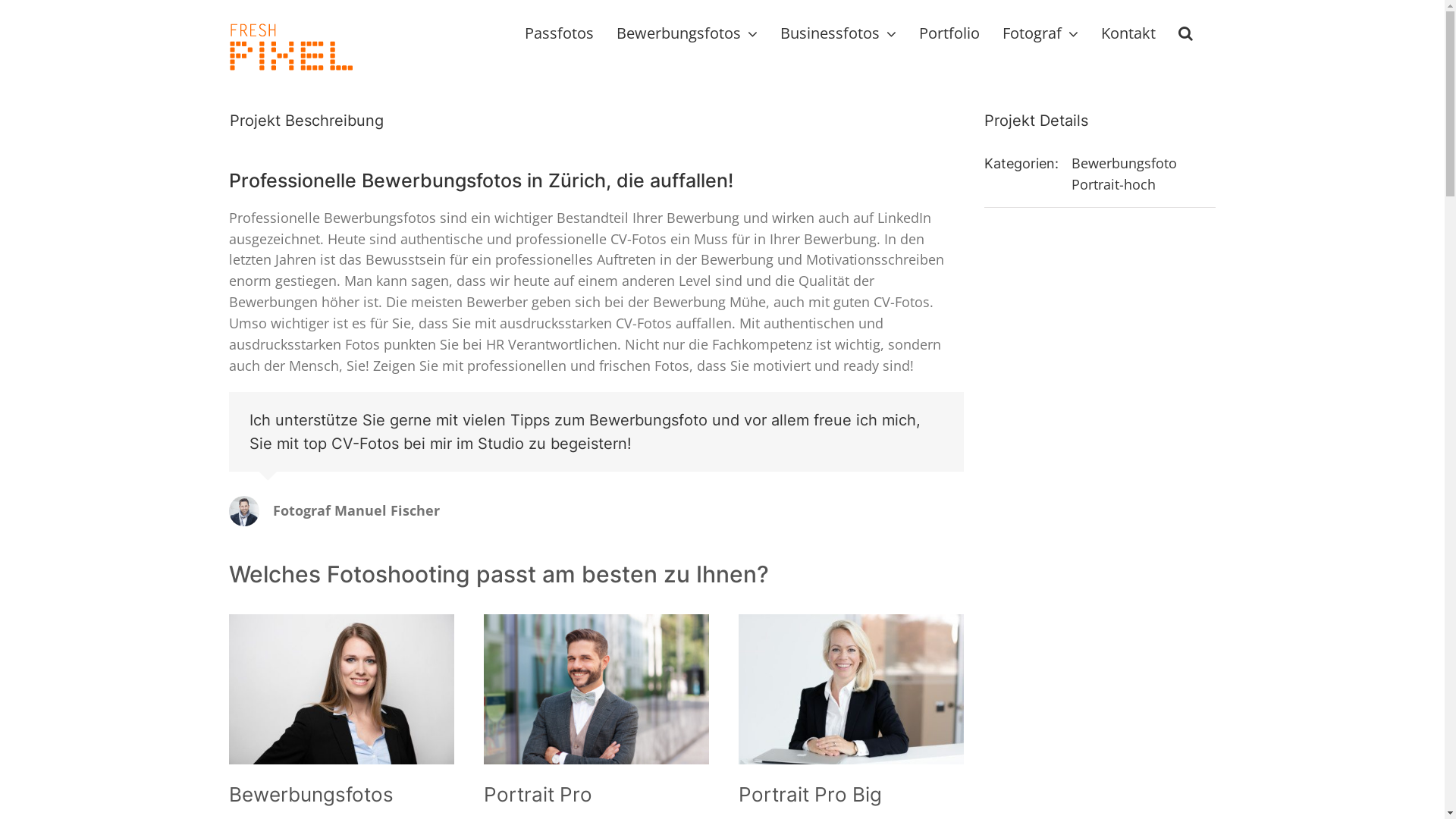  What do you see at coordinates (1124, 163) in the screenshot?
I see `'Bewerbungsfoto'` at bounding box center [1124, 163].